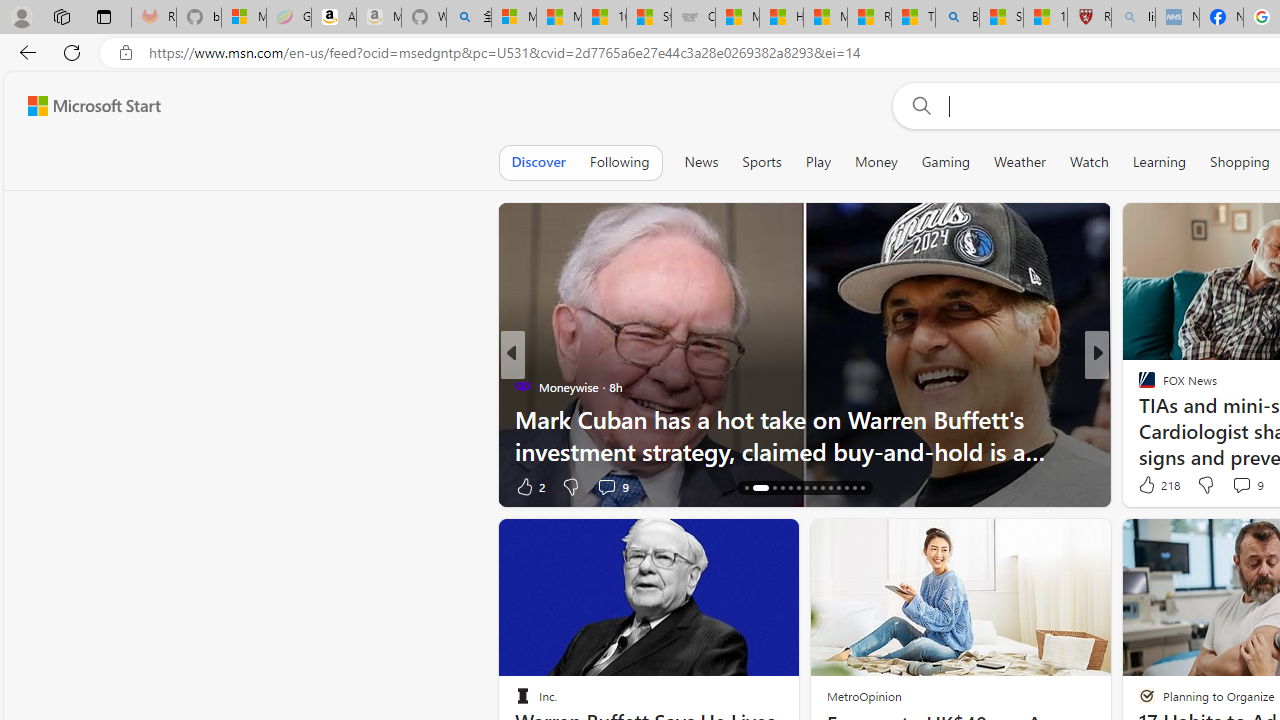  What do you see at coordinates (1243, 486) in the screenshot?
I see `'View comments 23 Comment'` at bounding box center [1243, 486].